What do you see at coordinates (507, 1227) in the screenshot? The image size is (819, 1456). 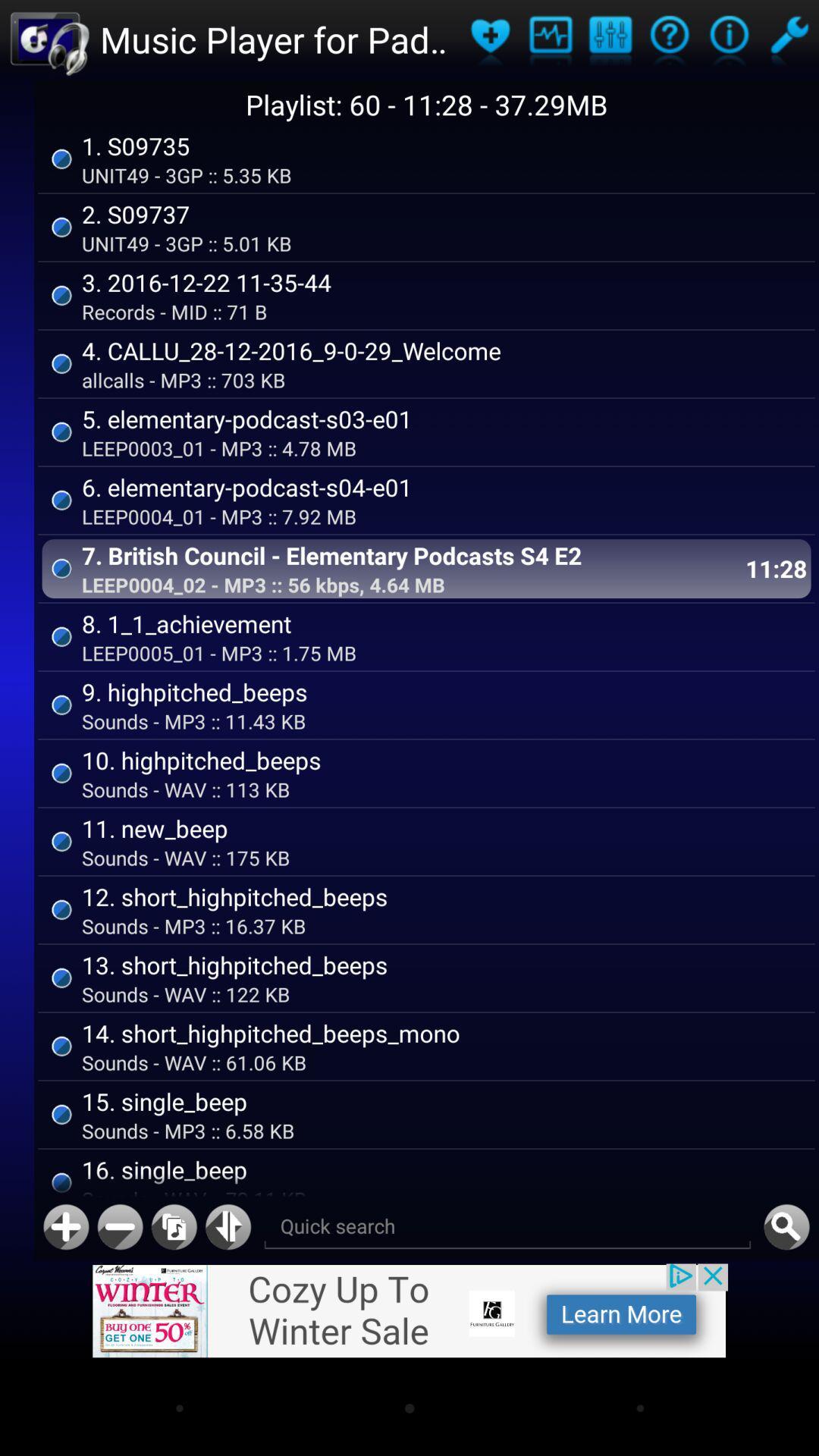 I see `search play list` at bounding box center [507, 1227].